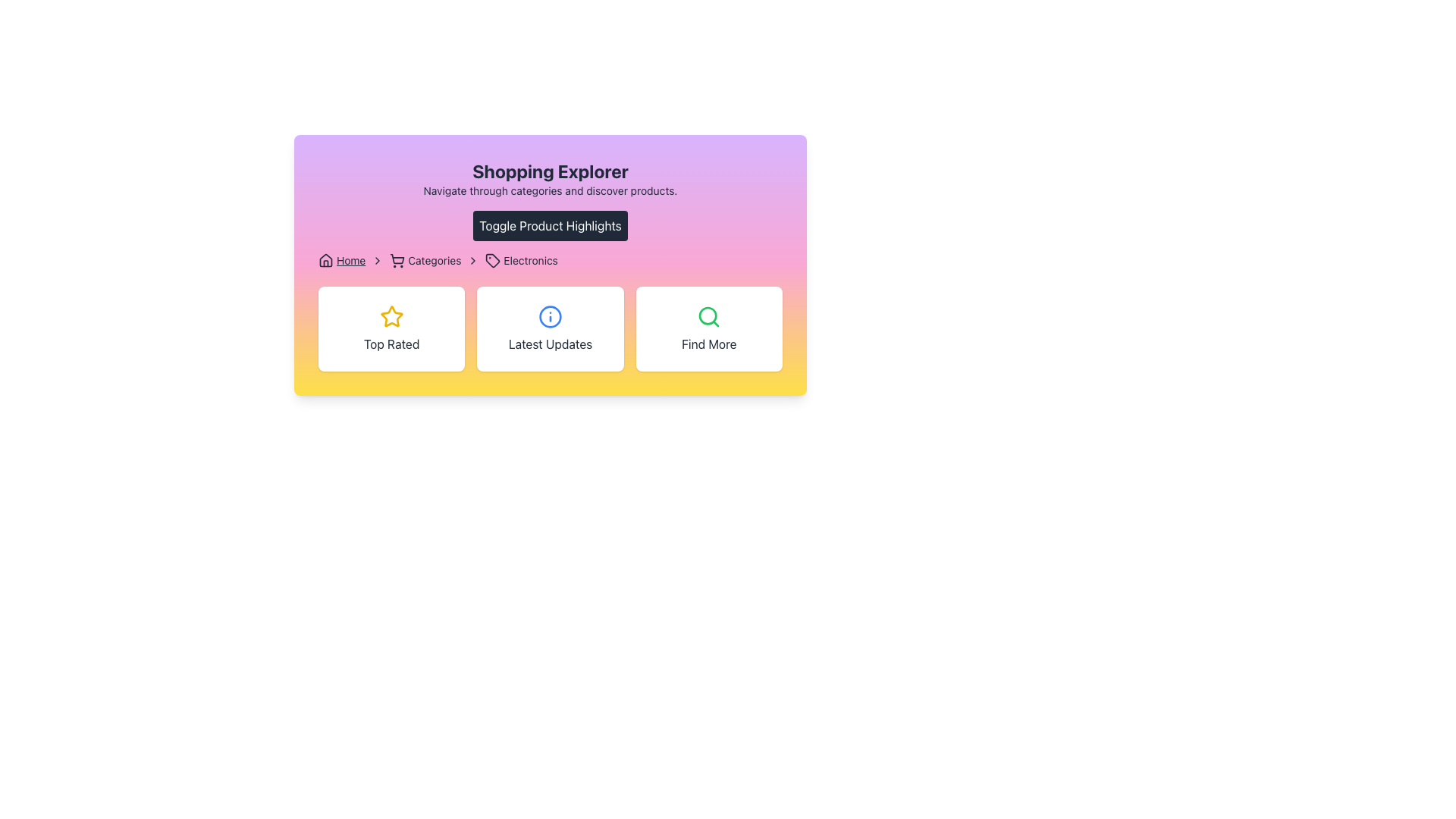  What do you see at coordinates (425, 259) in the screenshot?
I see `the 'Categories' text with shopping cart icon in the breadcrumb navigation` at bounding box center [425, 259].